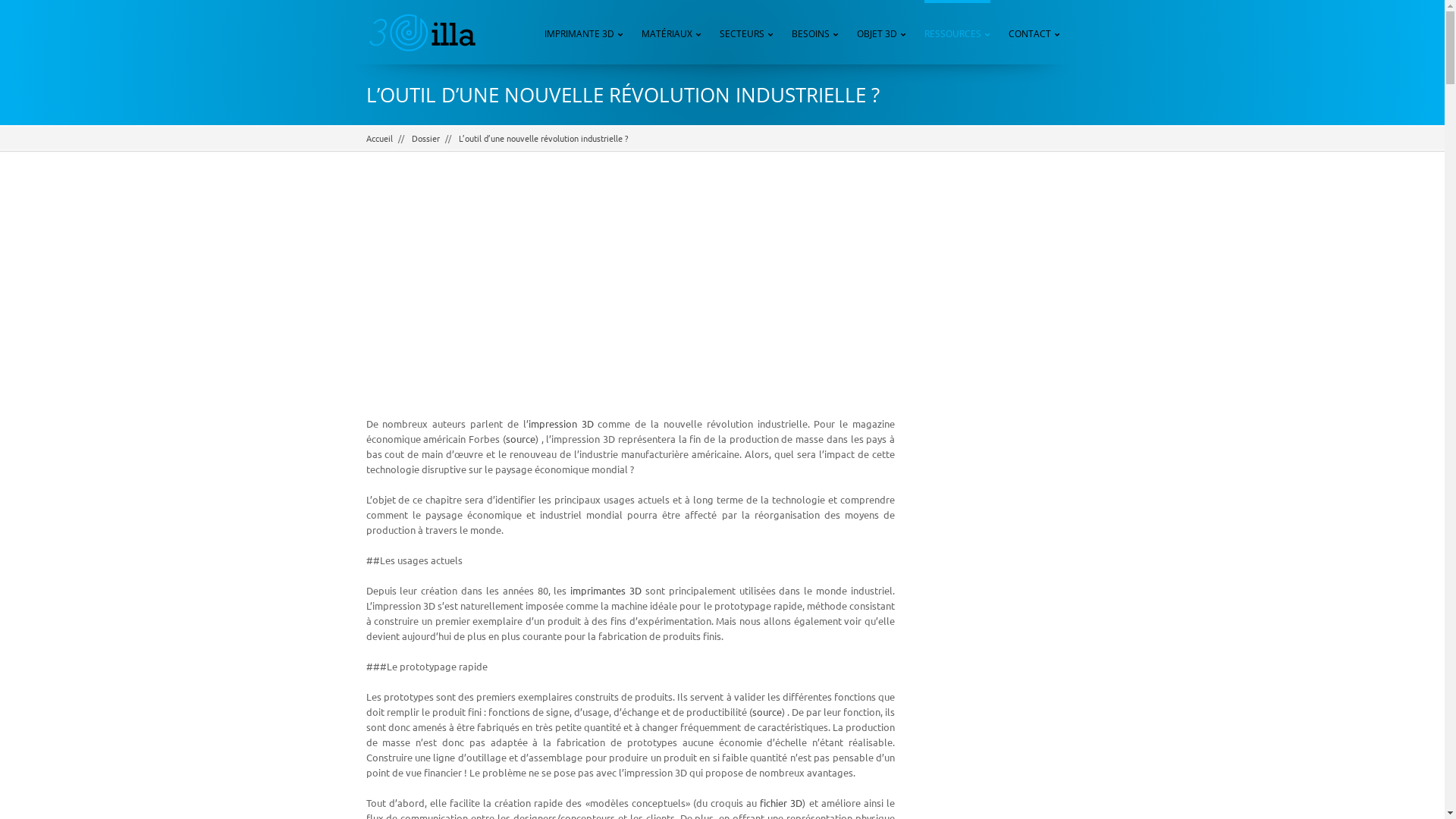 This screenshot has width=1456, height=819. I want to click on 'imprimantes 3D', so click(604, 589).